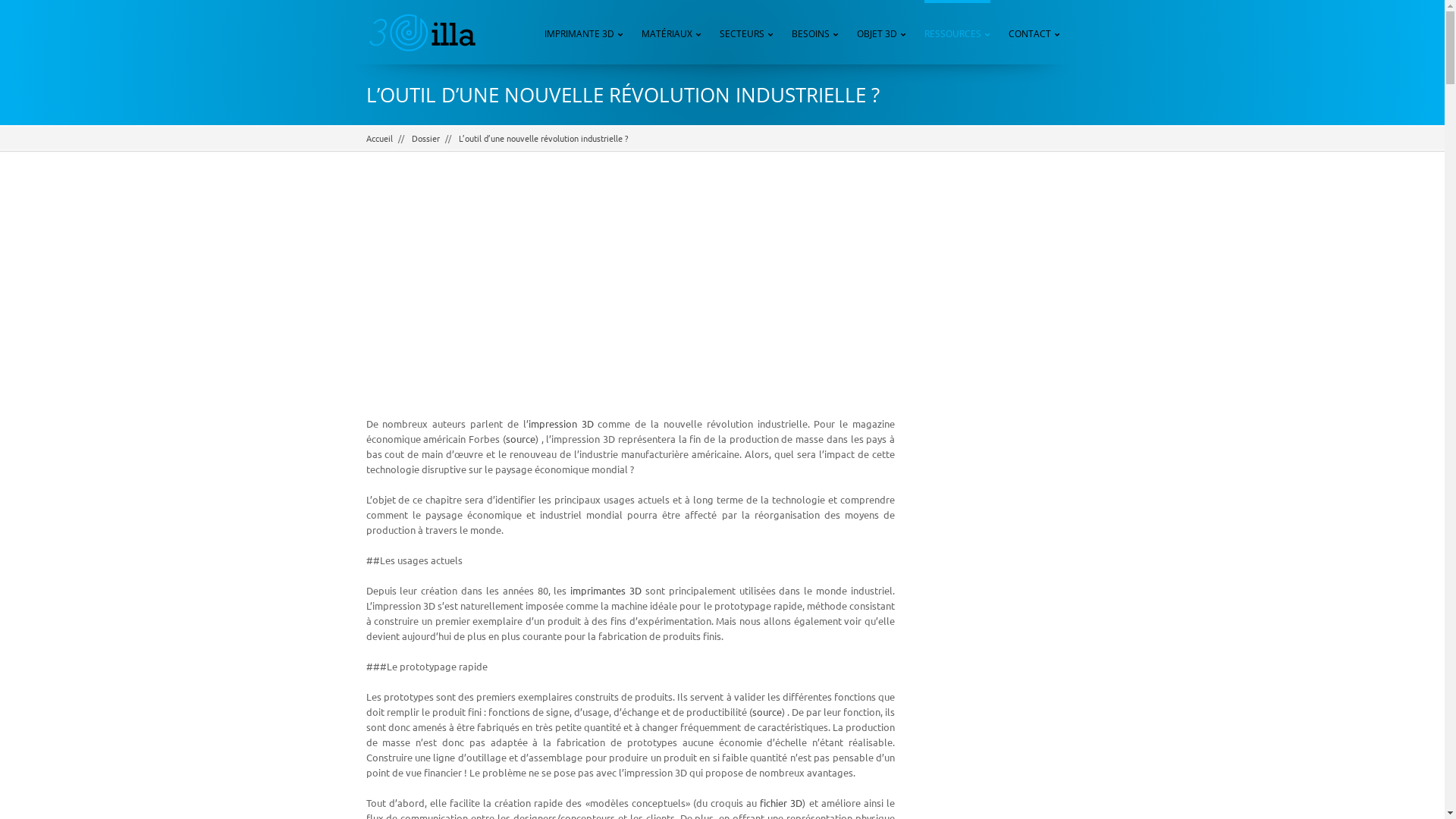 This screenshot has width=1456, height=819. I want to click on 'imprimantes 3D', so click(604, 589).